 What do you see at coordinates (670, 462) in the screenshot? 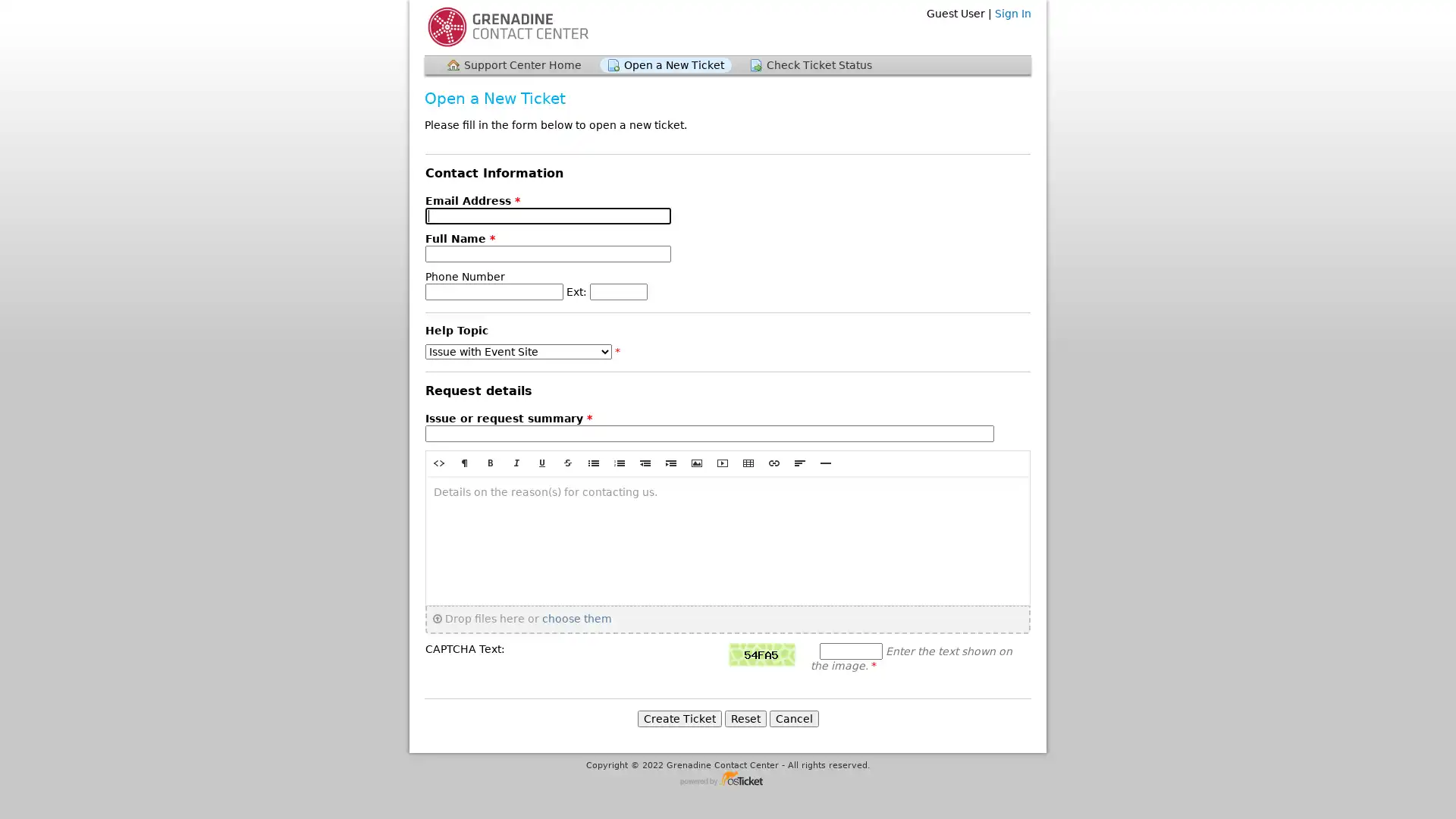
I see `> Indent` at bounding box center [670, 462].